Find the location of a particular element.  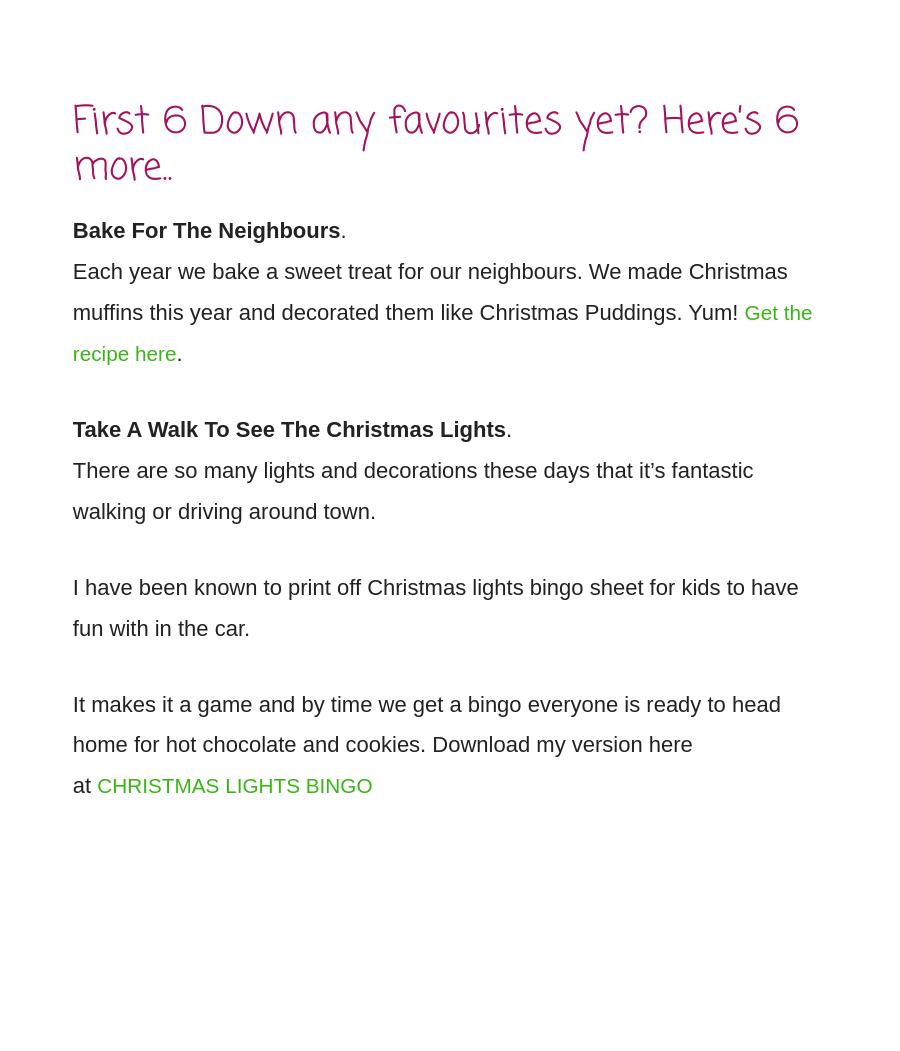

'Take A Walk To See The Christmas Lights' is located at coordinates (287, 416).